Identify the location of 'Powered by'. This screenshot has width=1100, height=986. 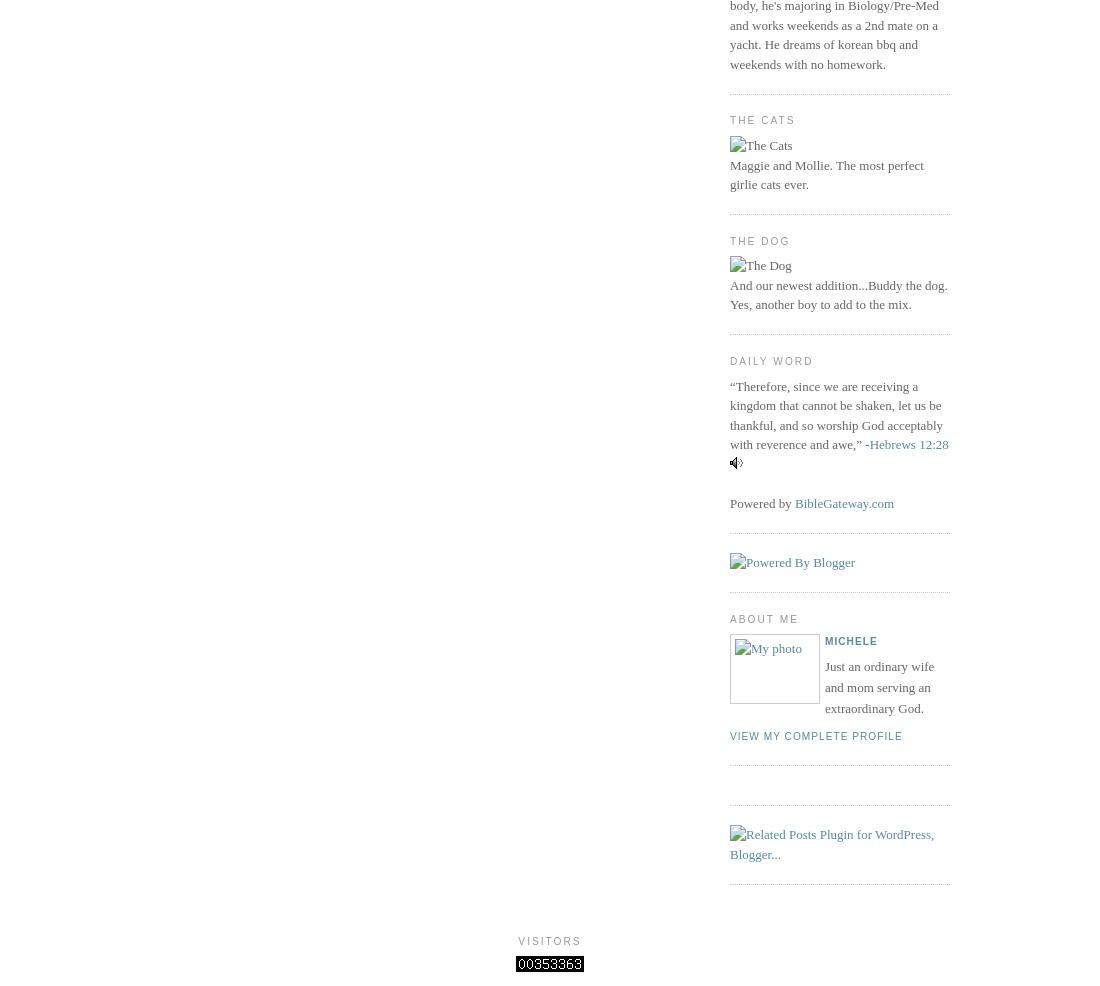
(762, 501).